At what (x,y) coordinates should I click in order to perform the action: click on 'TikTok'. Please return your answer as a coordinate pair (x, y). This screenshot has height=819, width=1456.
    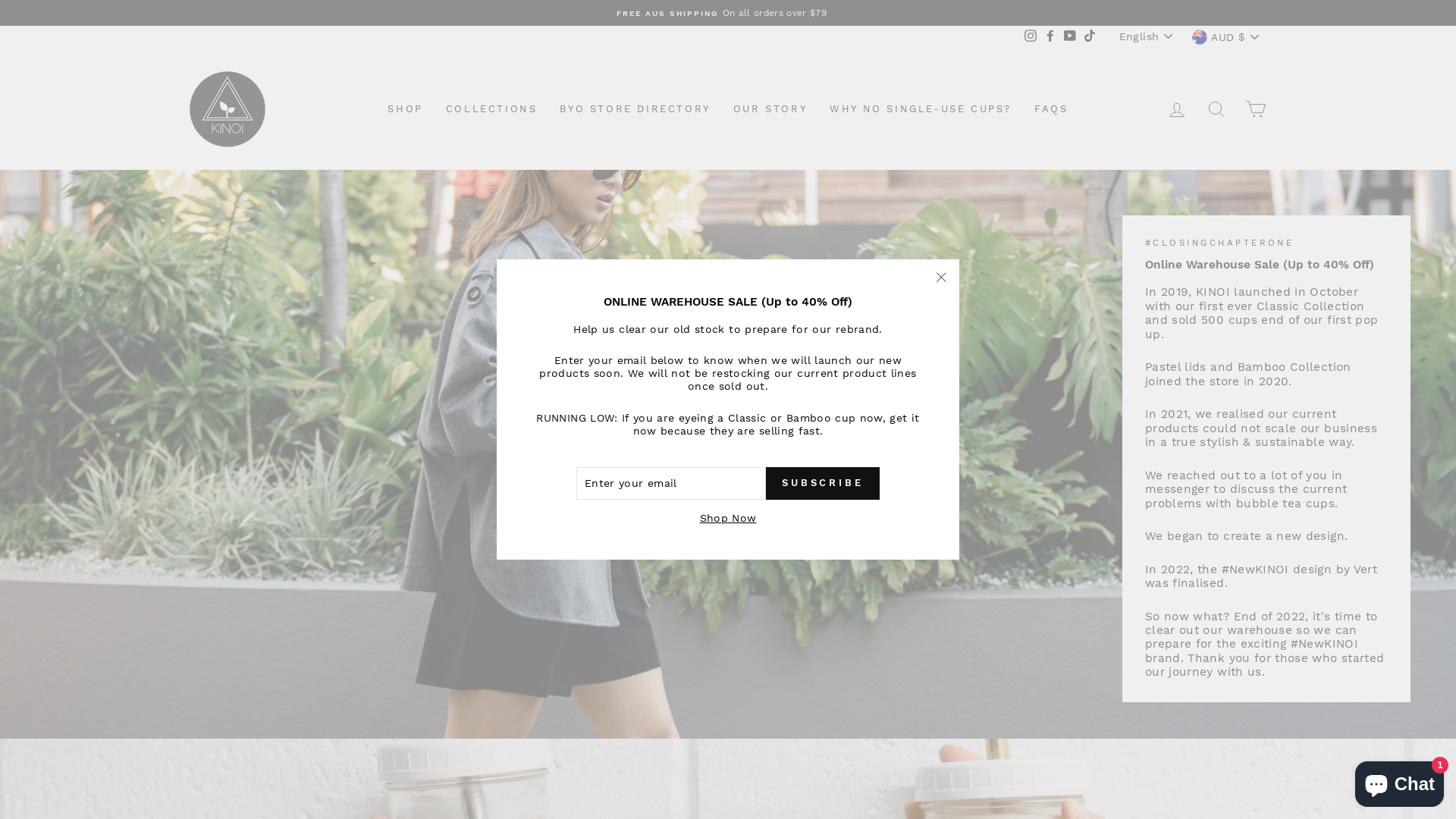
    Looking at the image, I should click on (1088, 36).